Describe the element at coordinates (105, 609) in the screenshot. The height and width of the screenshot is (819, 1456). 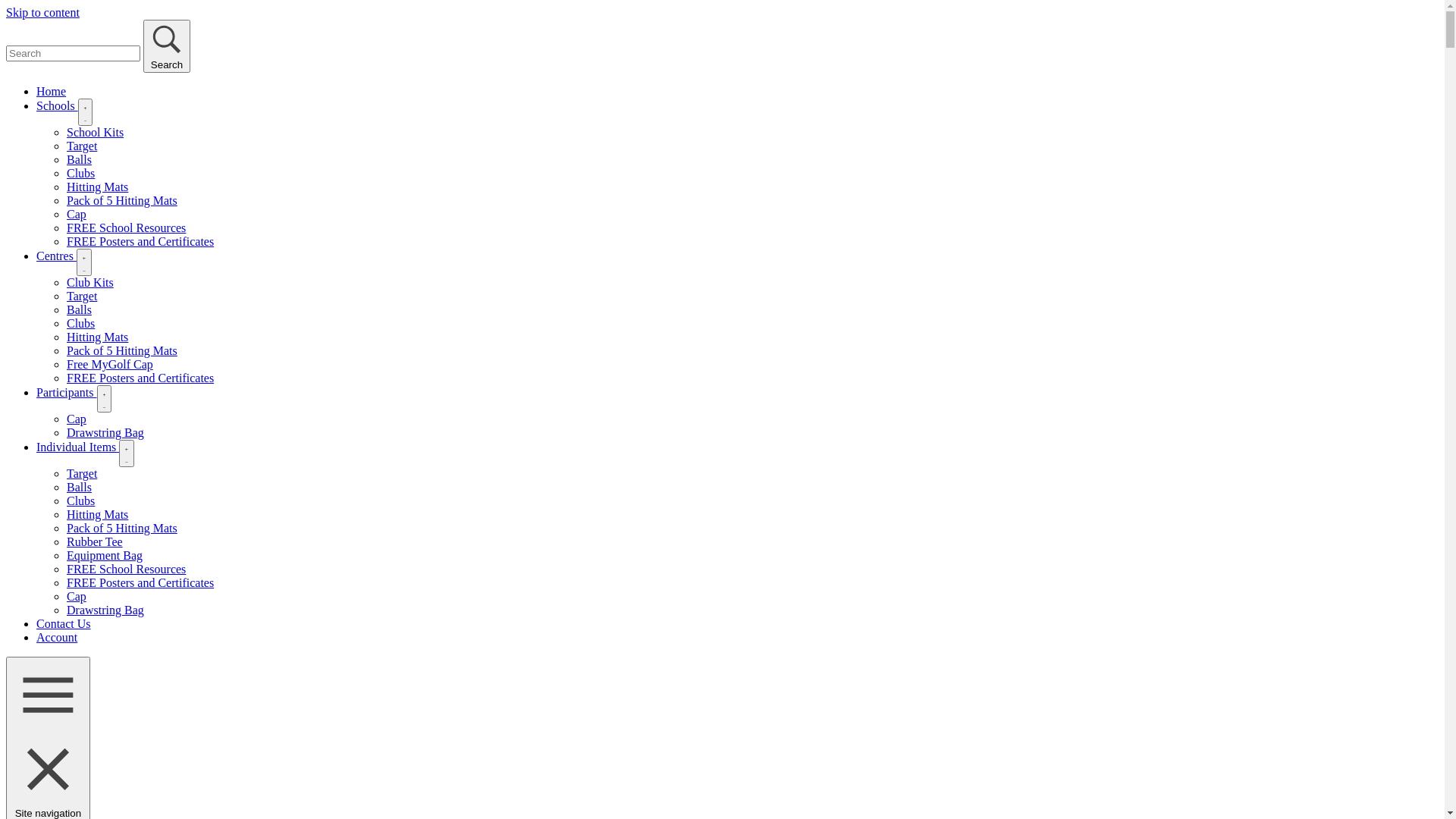
I see `'Drawstring Bag'` at that location.